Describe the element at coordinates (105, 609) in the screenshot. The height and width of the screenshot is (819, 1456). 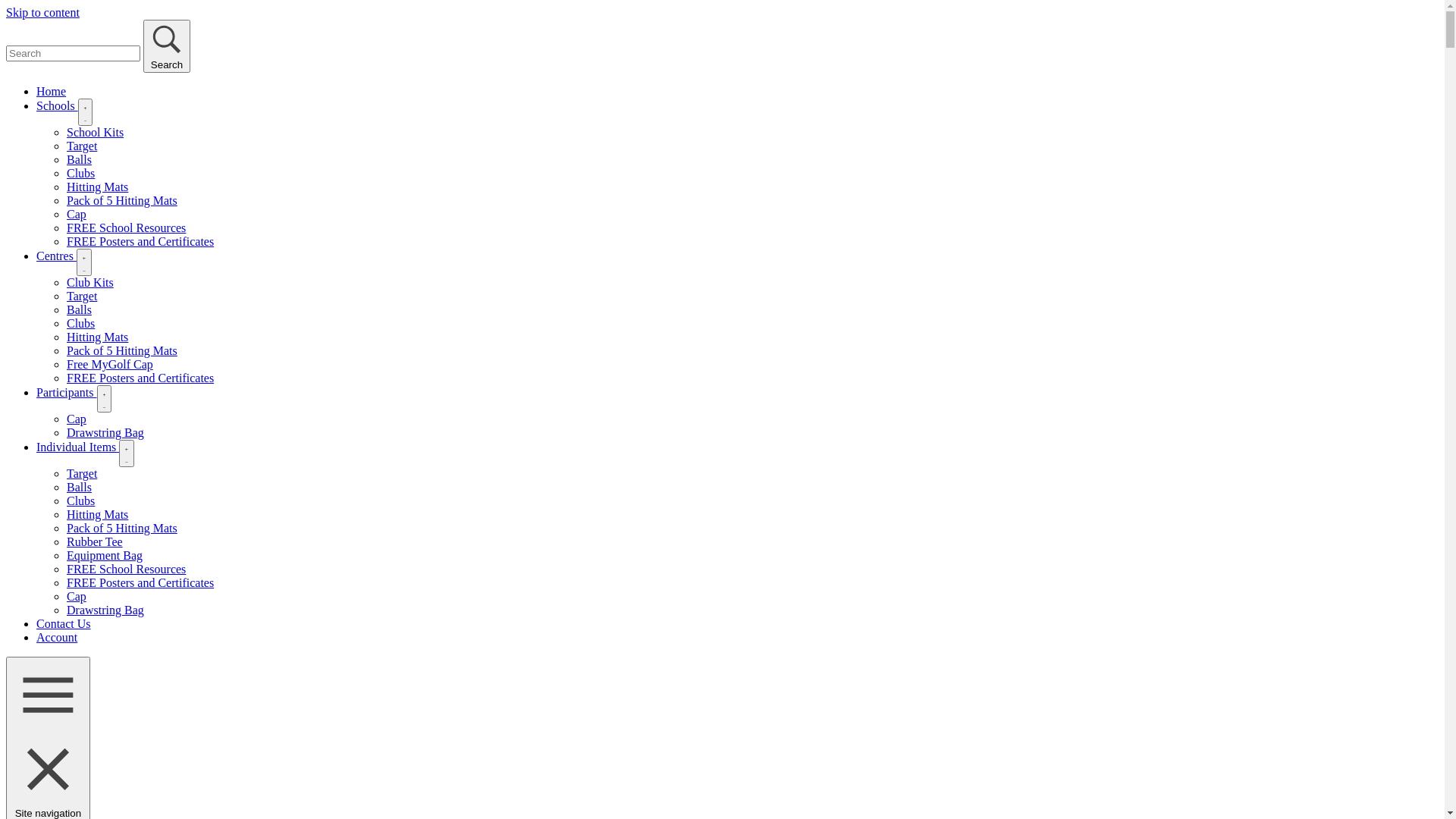
I see `'Drawstring Bag'` at that location.